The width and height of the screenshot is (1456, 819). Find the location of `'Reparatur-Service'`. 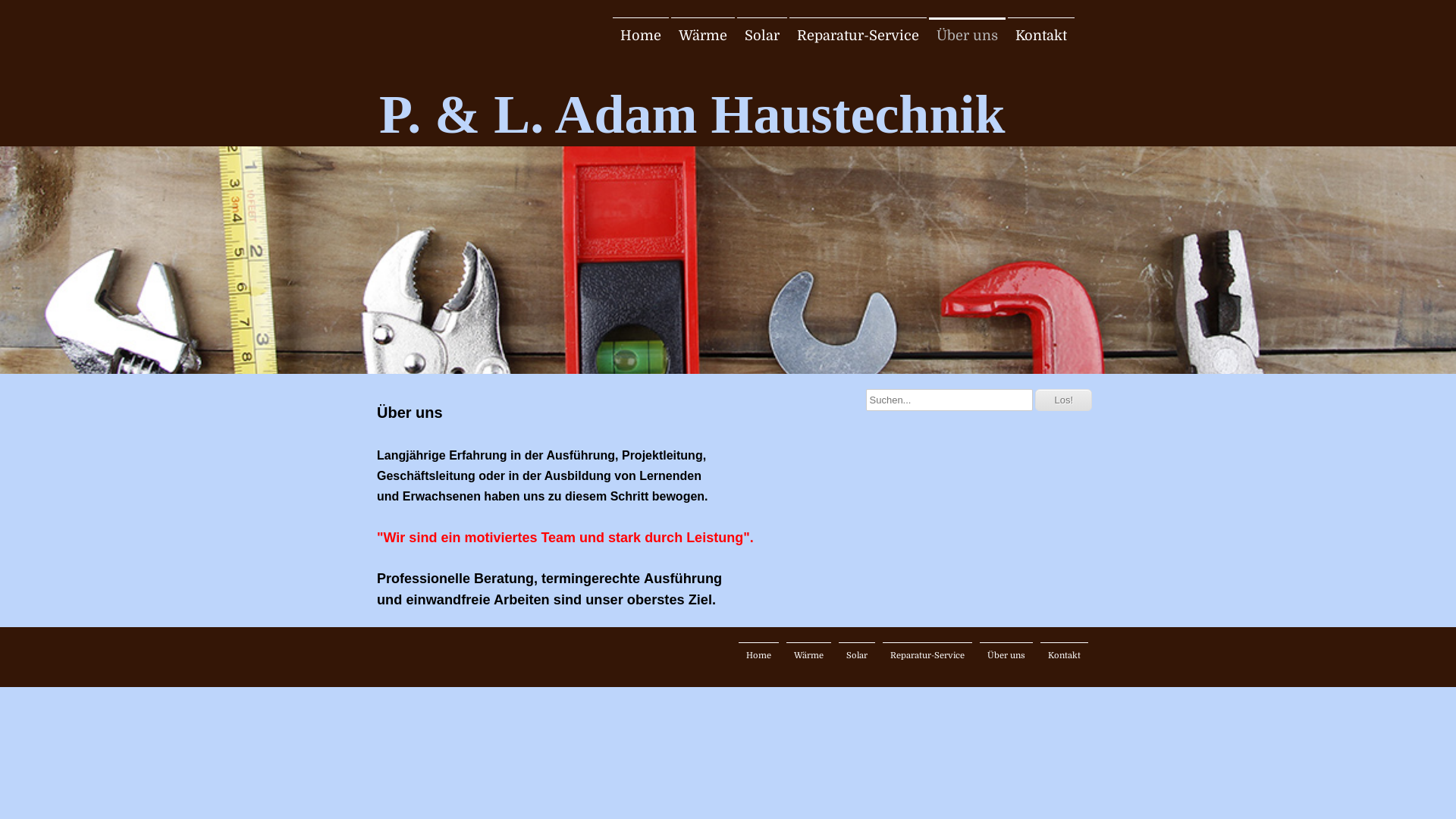

'Reparatur-Service' is located at coordinates (789, 34).